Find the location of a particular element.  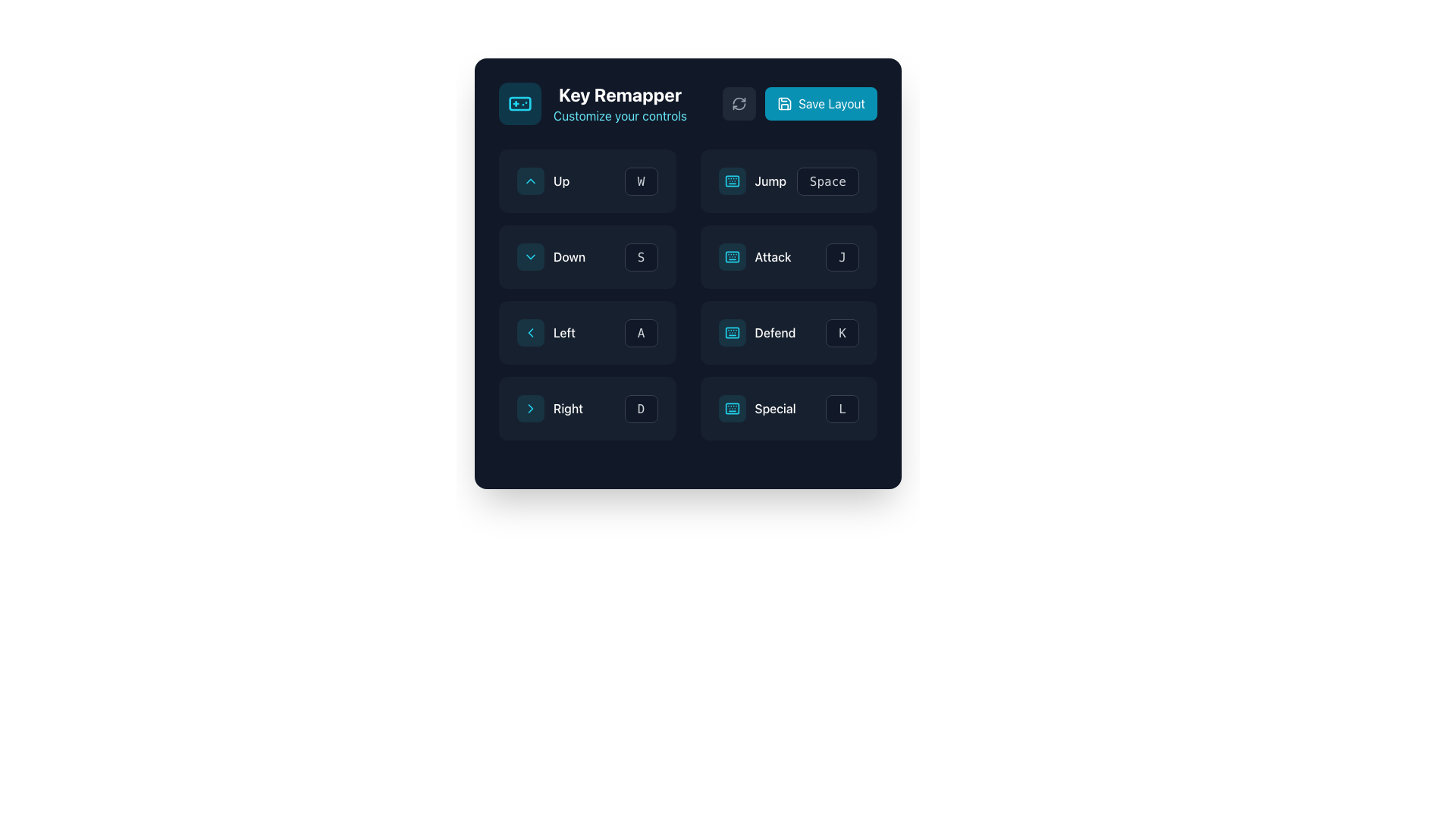

the small rectangular button labeled 'L' is located at coordinates (841, 408).